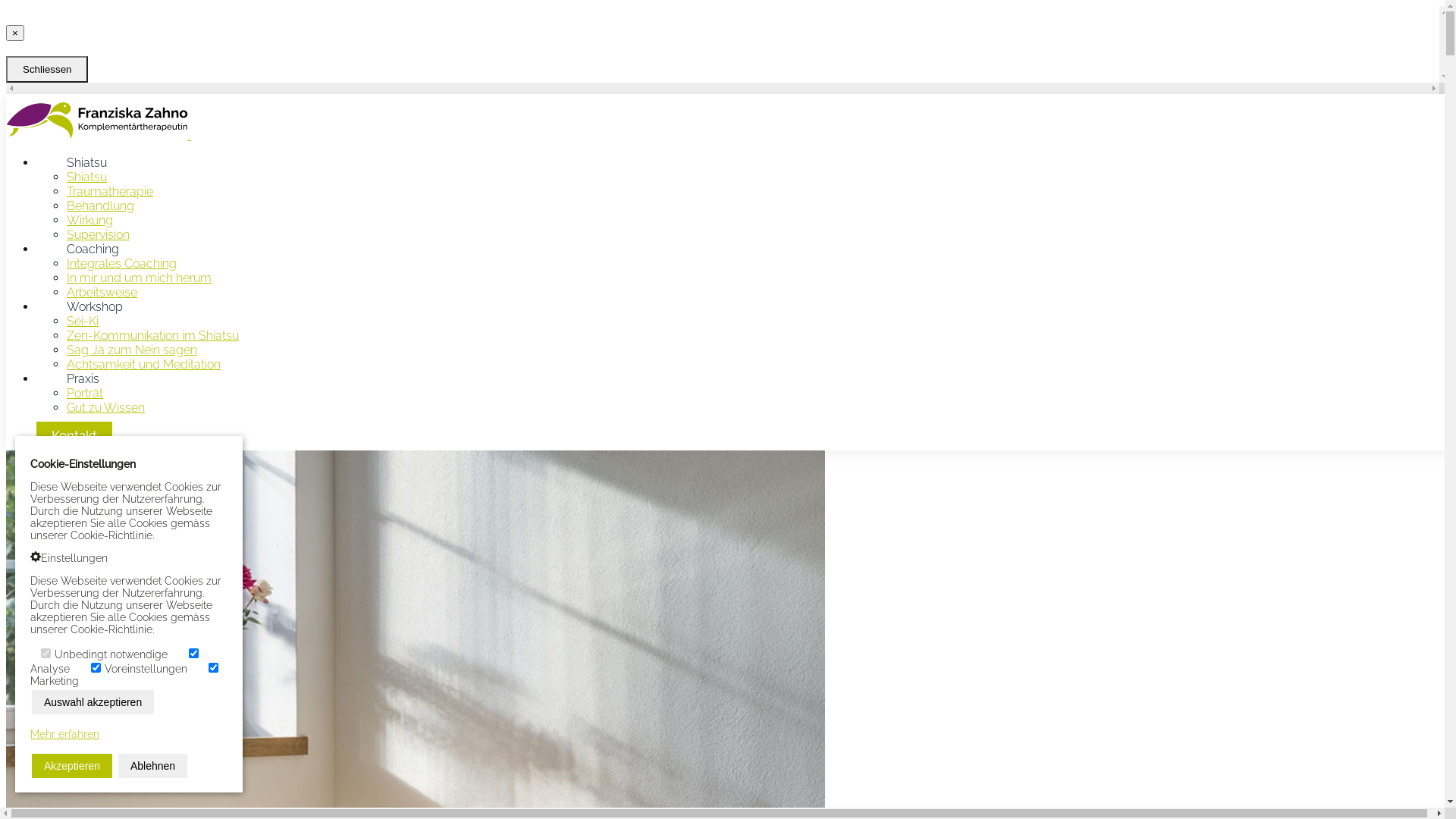 The image size is (1456, 819). I want to click on 'In mir und um mich herum', so click(139, 278).